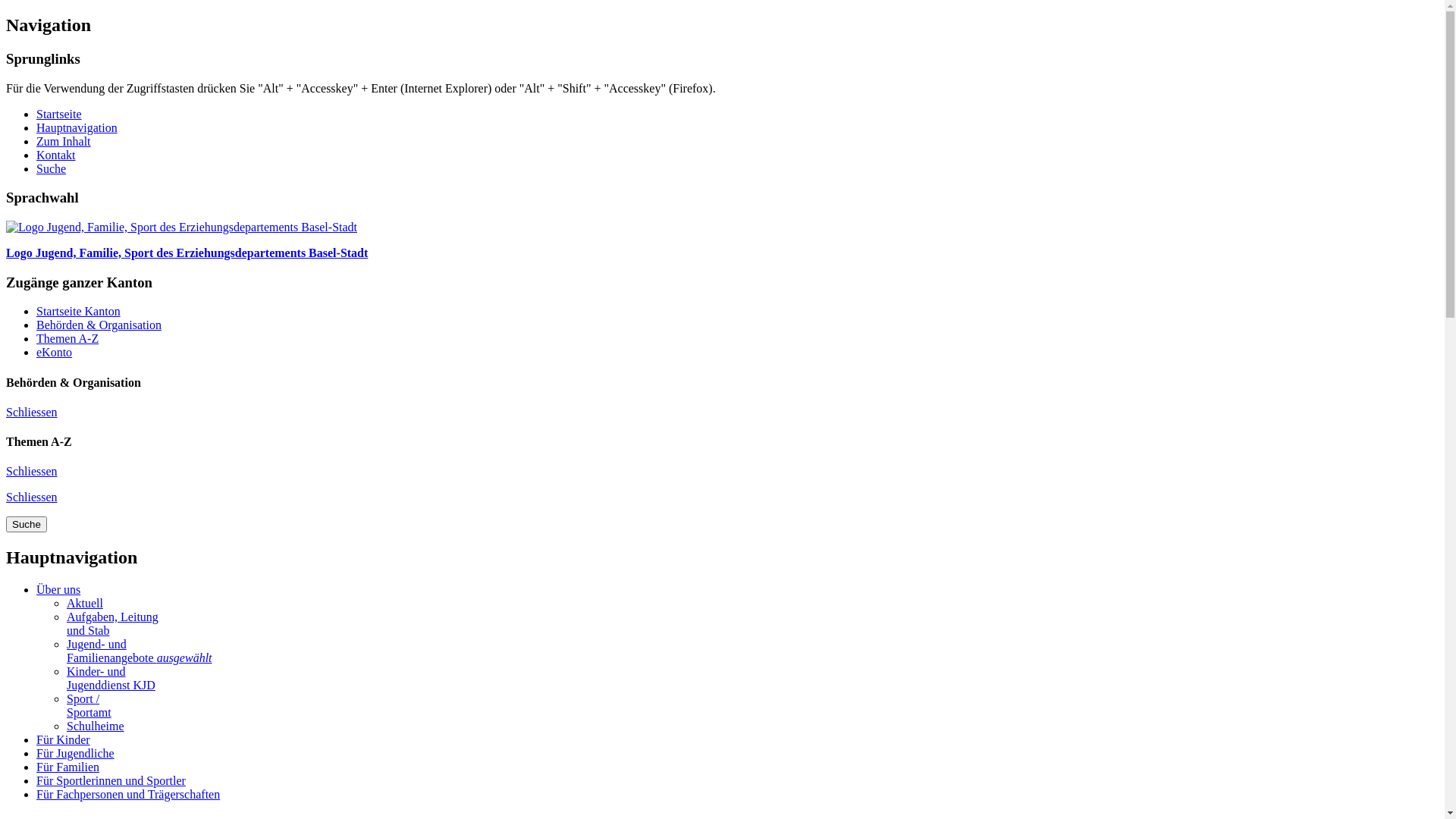  What do you see at coordinates (32, 497) in the screenshot?
I see `'Schliessen'` at bounding box center [32, 497].